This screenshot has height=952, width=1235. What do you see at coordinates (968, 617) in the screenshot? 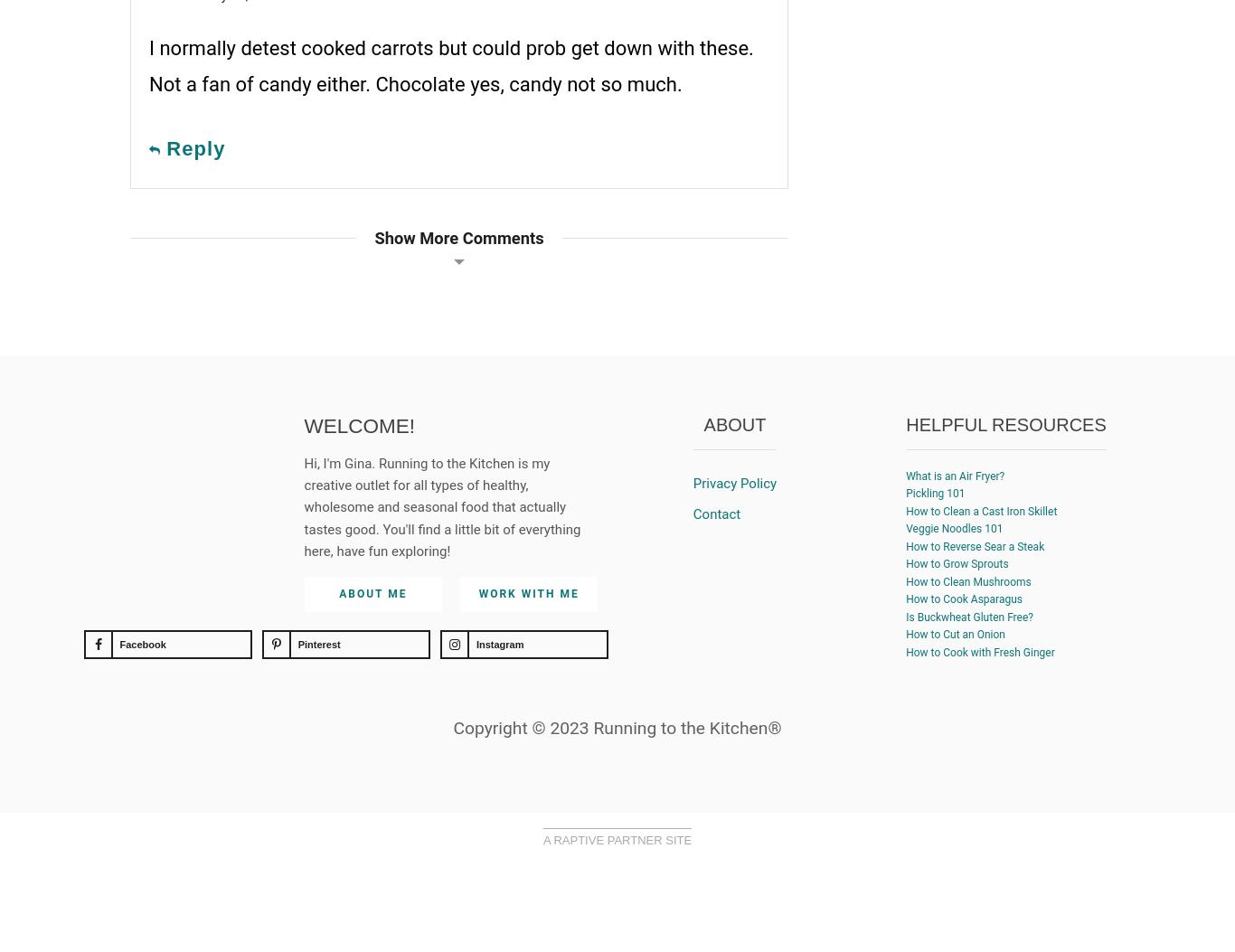
I see `'Is Buckwheat Gluten Free?'` at bounding box center [968, 617].